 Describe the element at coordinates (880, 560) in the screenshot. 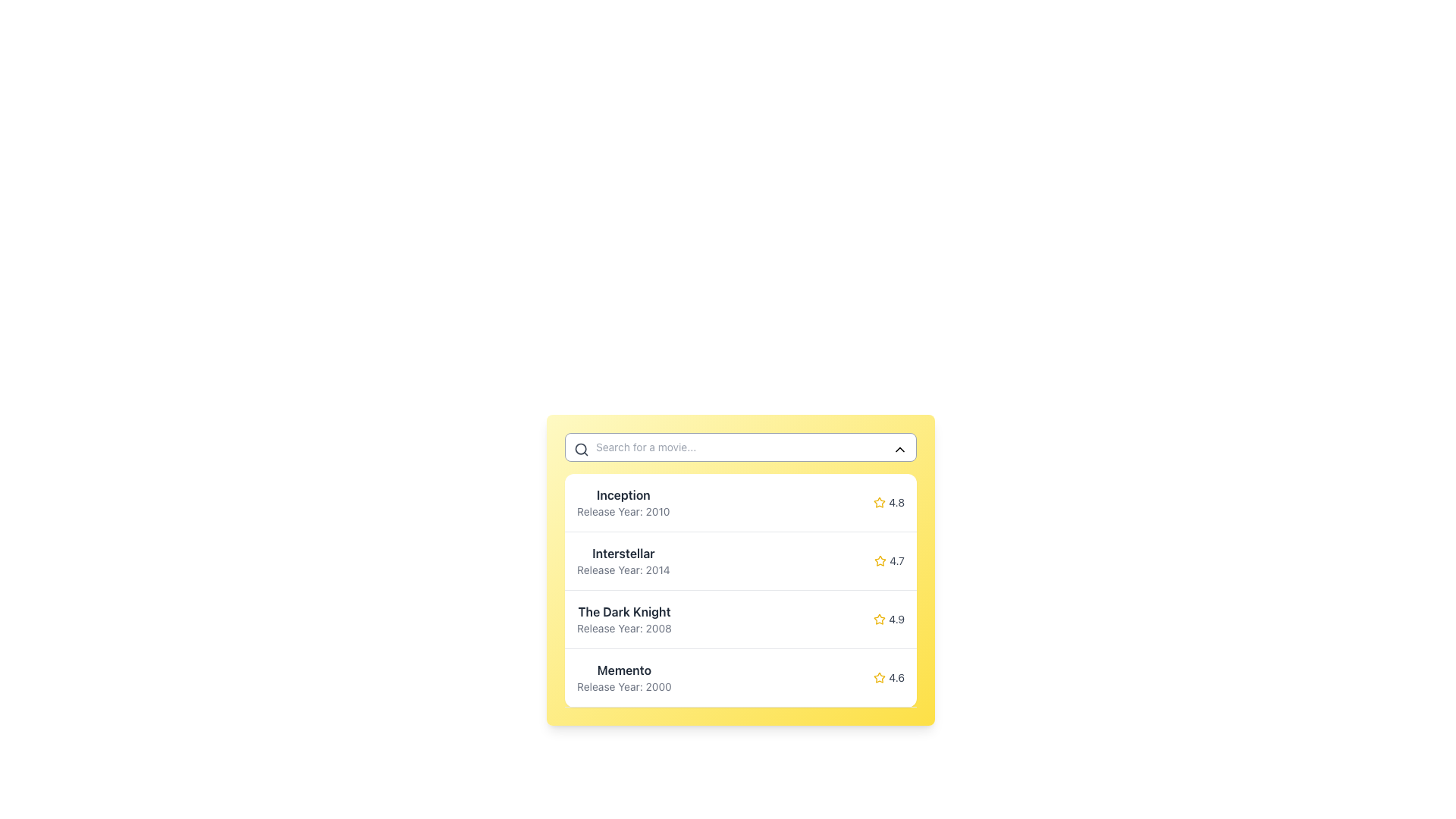

I see `star-shaped icon that is yellow and outlined, located to the right of the movie 'Interstellar' with a rating score of 4.7` at that location.